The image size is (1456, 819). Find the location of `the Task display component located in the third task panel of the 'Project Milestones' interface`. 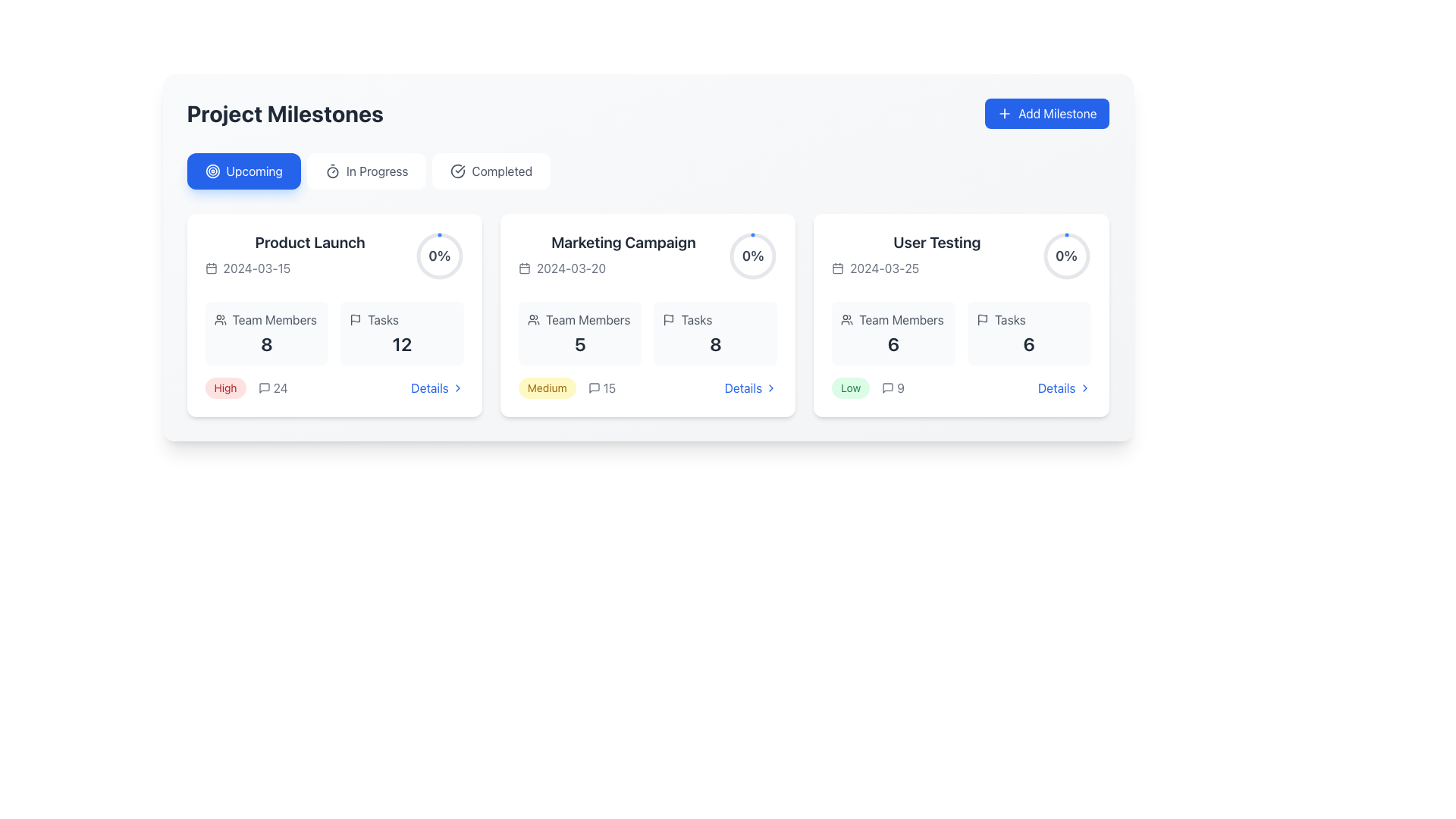

the Task display component located in the third task panel of the 'Project Milestones' interface is located at coordinates (960, 256).